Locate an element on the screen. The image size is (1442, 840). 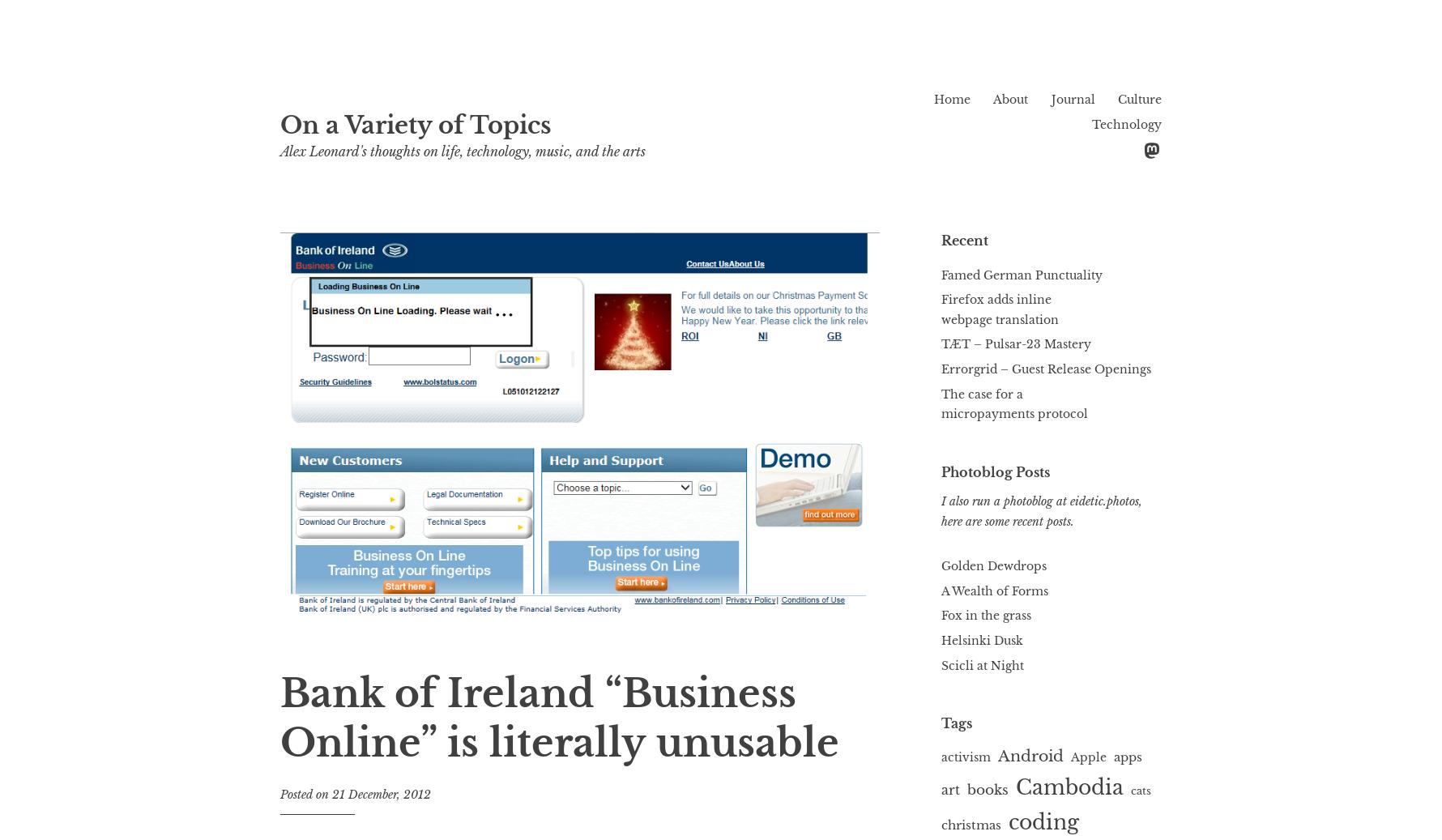
'Photoblog Posts' is located at coordinates (995, 471).